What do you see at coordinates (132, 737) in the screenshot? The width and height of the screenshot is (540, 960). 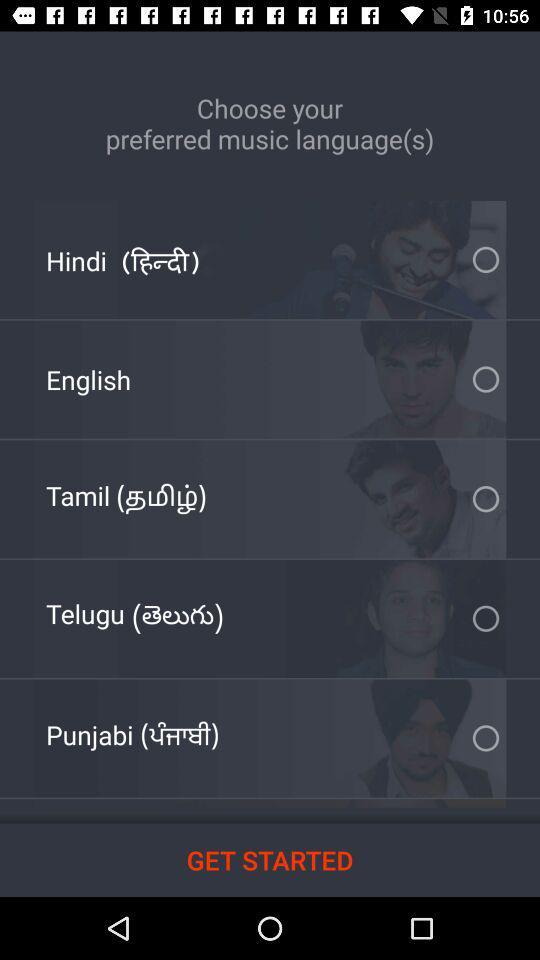 I see `the item at the bottom left corner` at bounding box center [132, 737].